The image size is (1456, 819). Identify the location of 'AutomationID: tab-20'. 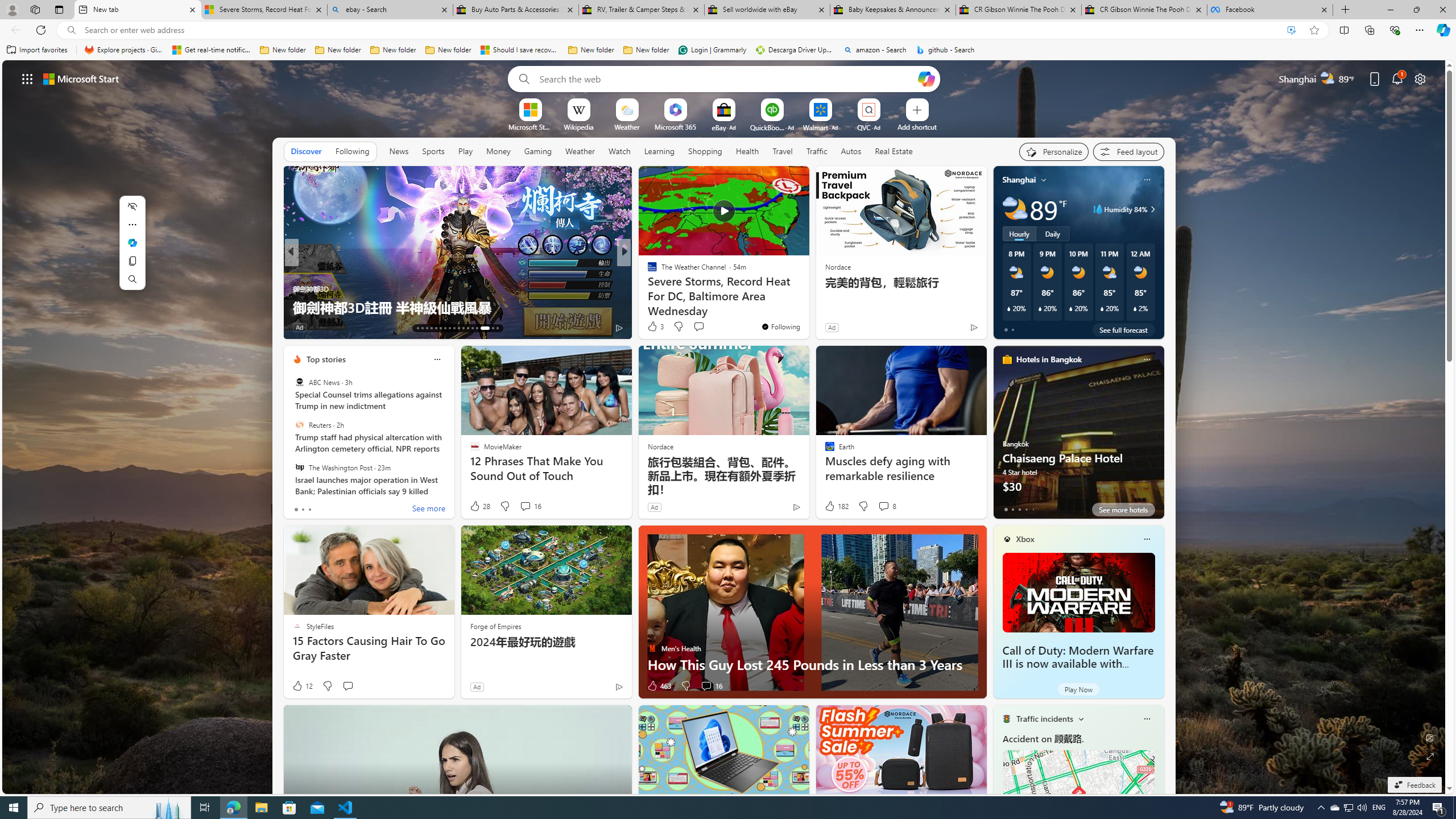
(449, 328).